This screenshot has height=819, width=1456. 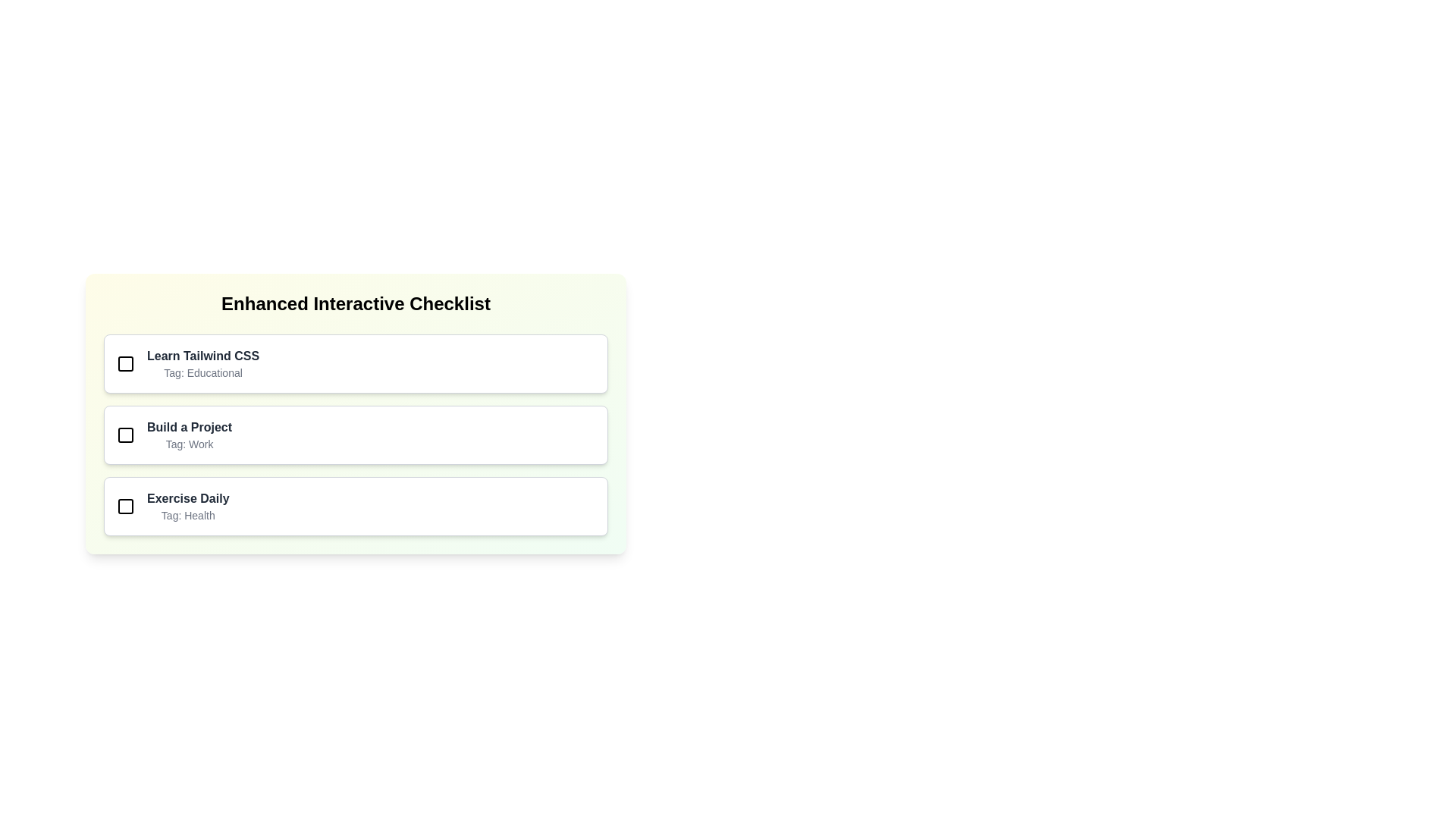 I want to click on the text label element that displays 'Tag: Work', which is styled in light gray and is positioned directly below 'Build a Project' in the checklist section, so click(x=188, y=444).